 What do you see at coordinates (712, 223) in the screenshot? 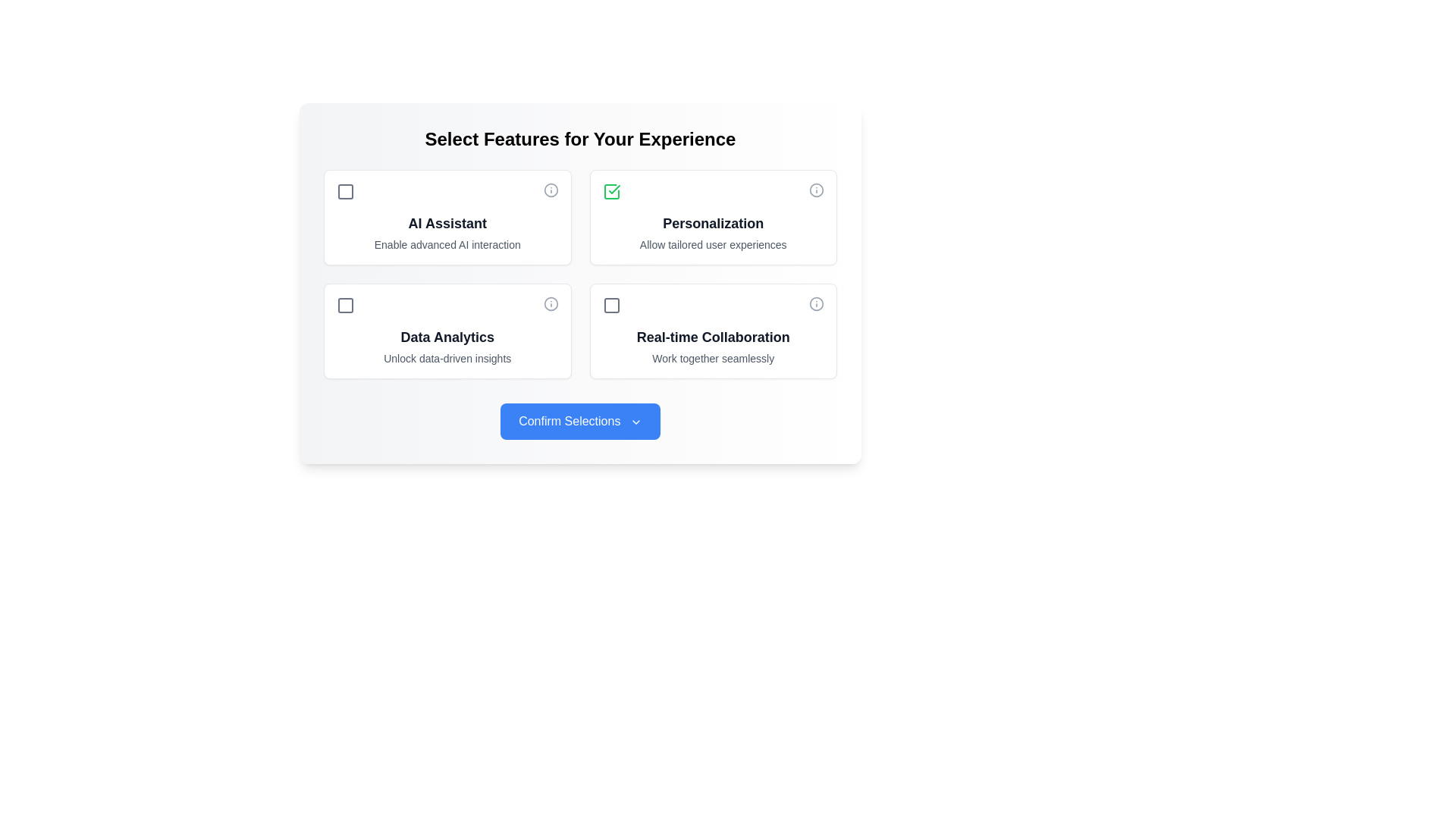
I see `the Header text for the 'Personalization' feature card, located in the top-right section of the feature selection grid` at bounding box center [712, 223].